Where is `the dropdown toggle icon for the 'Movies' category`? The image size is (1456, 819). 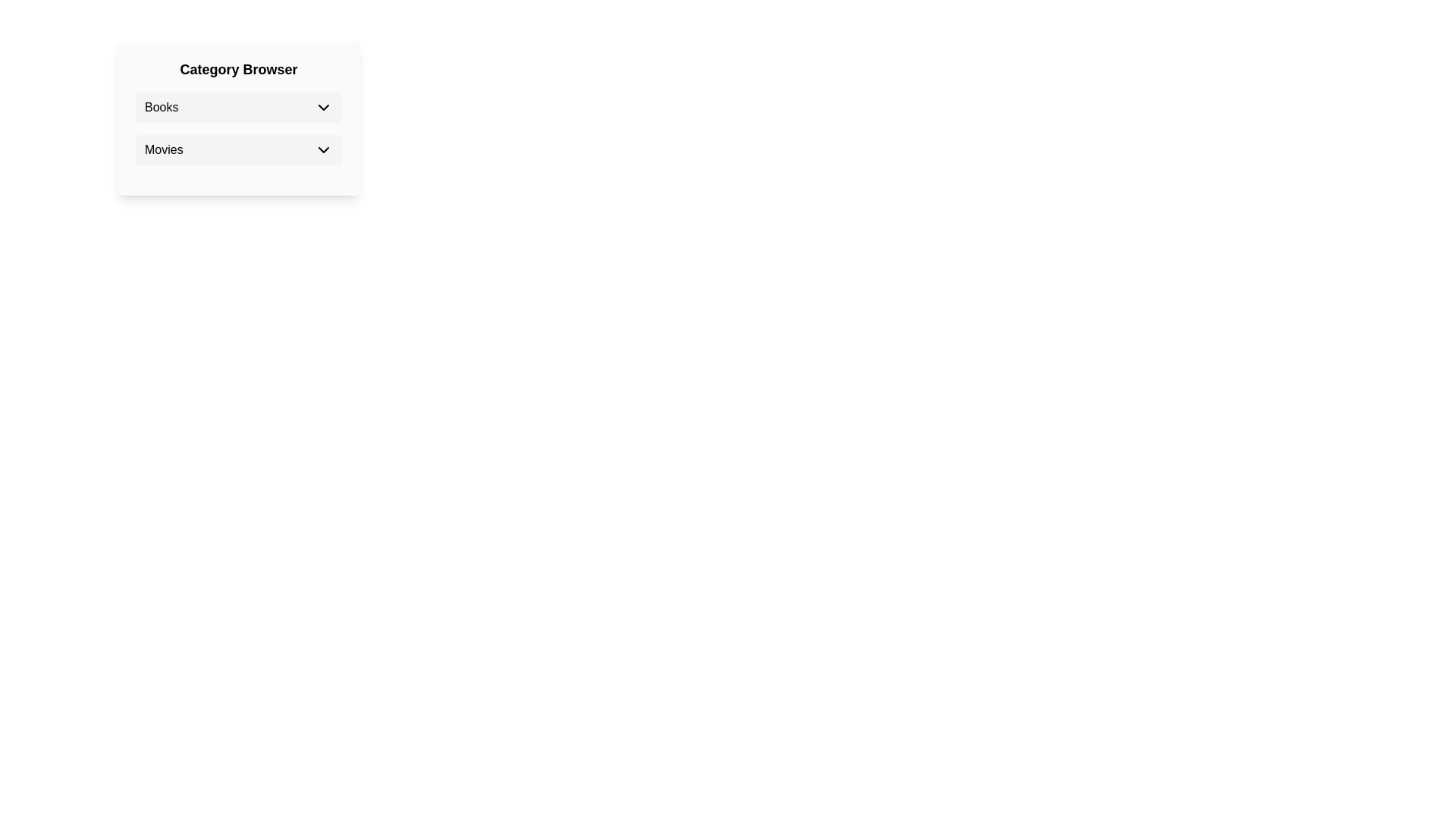 the dropdown toggle icon for the 'Movies' category is located at coordinates (323, 149).